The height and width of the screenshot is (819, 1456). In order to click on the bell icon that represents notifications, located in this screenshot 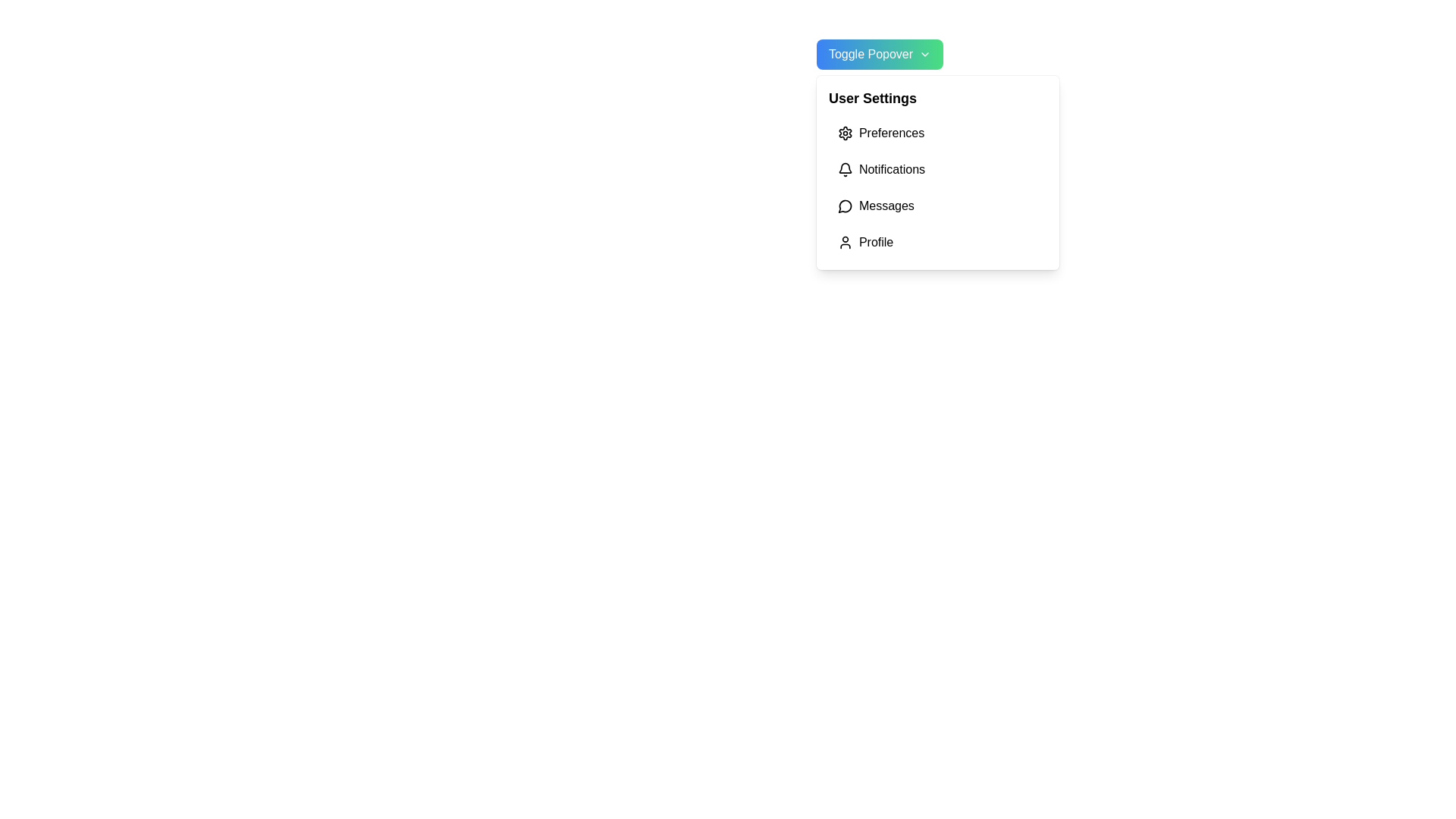, I will do `click(843, 169)`.